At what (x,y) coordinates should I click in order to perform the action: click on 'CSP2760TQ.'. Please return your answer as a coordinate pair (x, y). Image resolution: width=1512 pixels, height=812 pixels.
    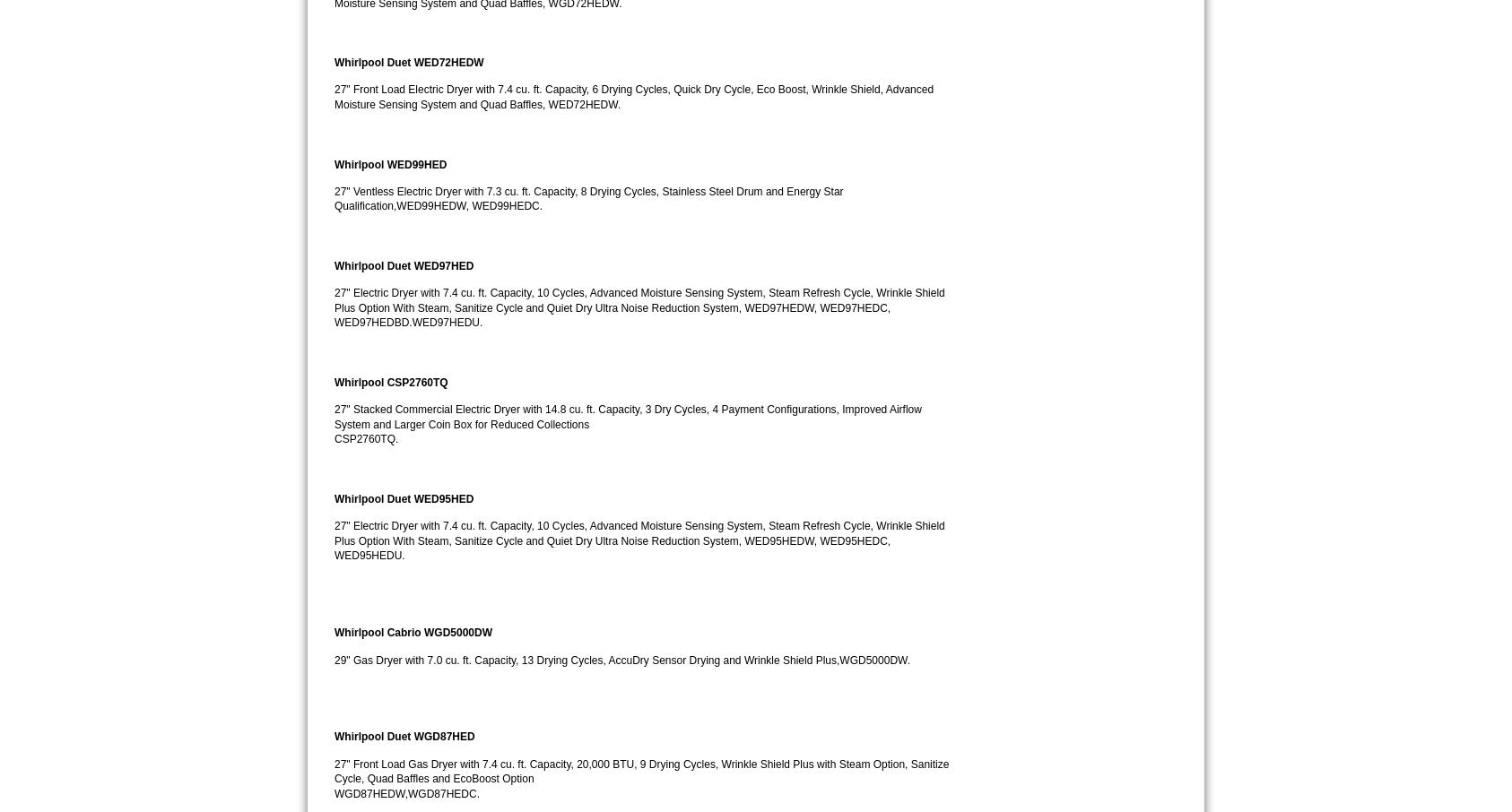
    Looking at the image, I should click on (365, 437).